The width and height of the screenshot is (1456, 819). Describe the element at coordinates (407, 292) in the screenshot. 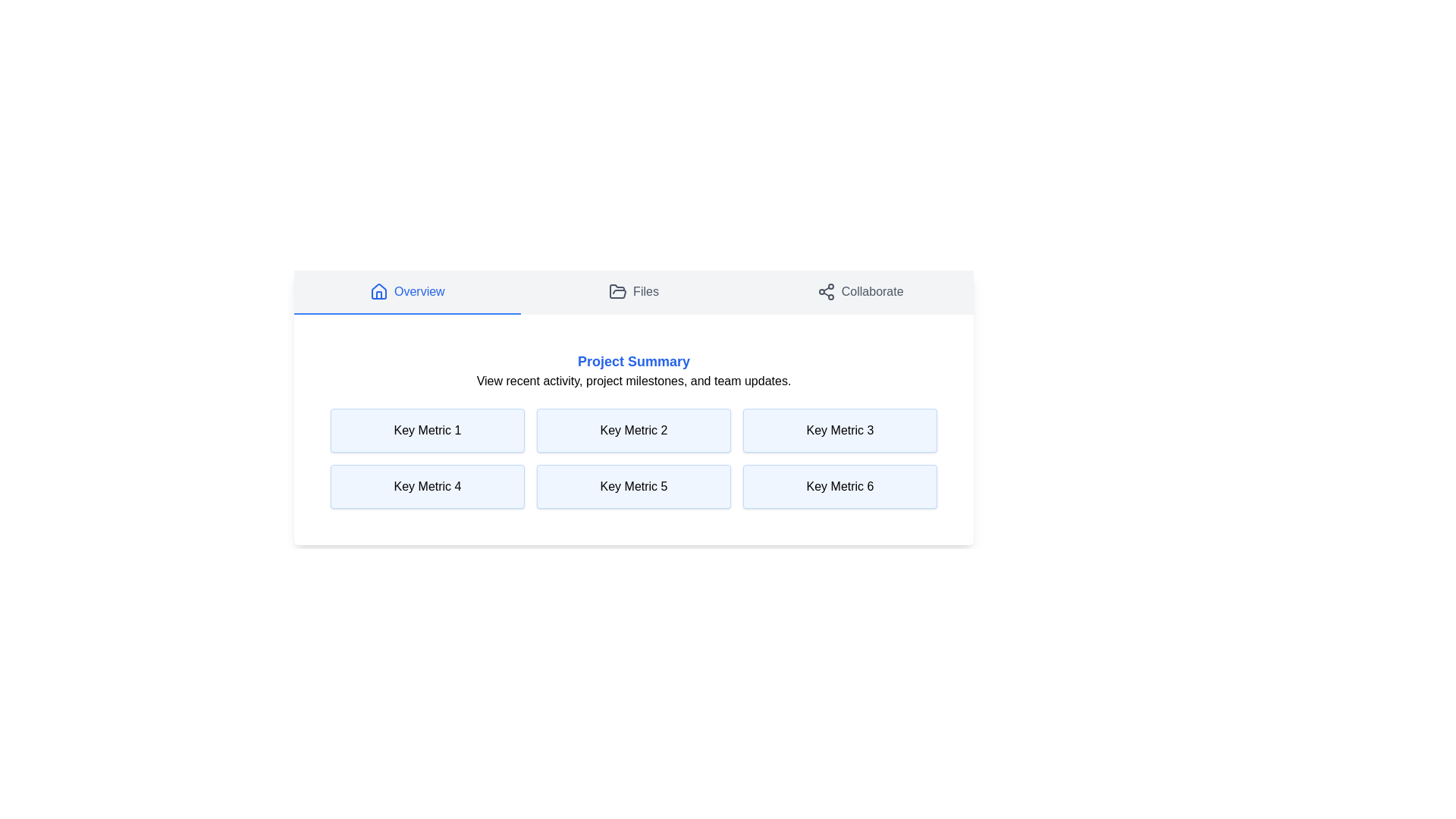

I see `the active 'Overview' navigational tab, which features a blue text label and icon` at that location.